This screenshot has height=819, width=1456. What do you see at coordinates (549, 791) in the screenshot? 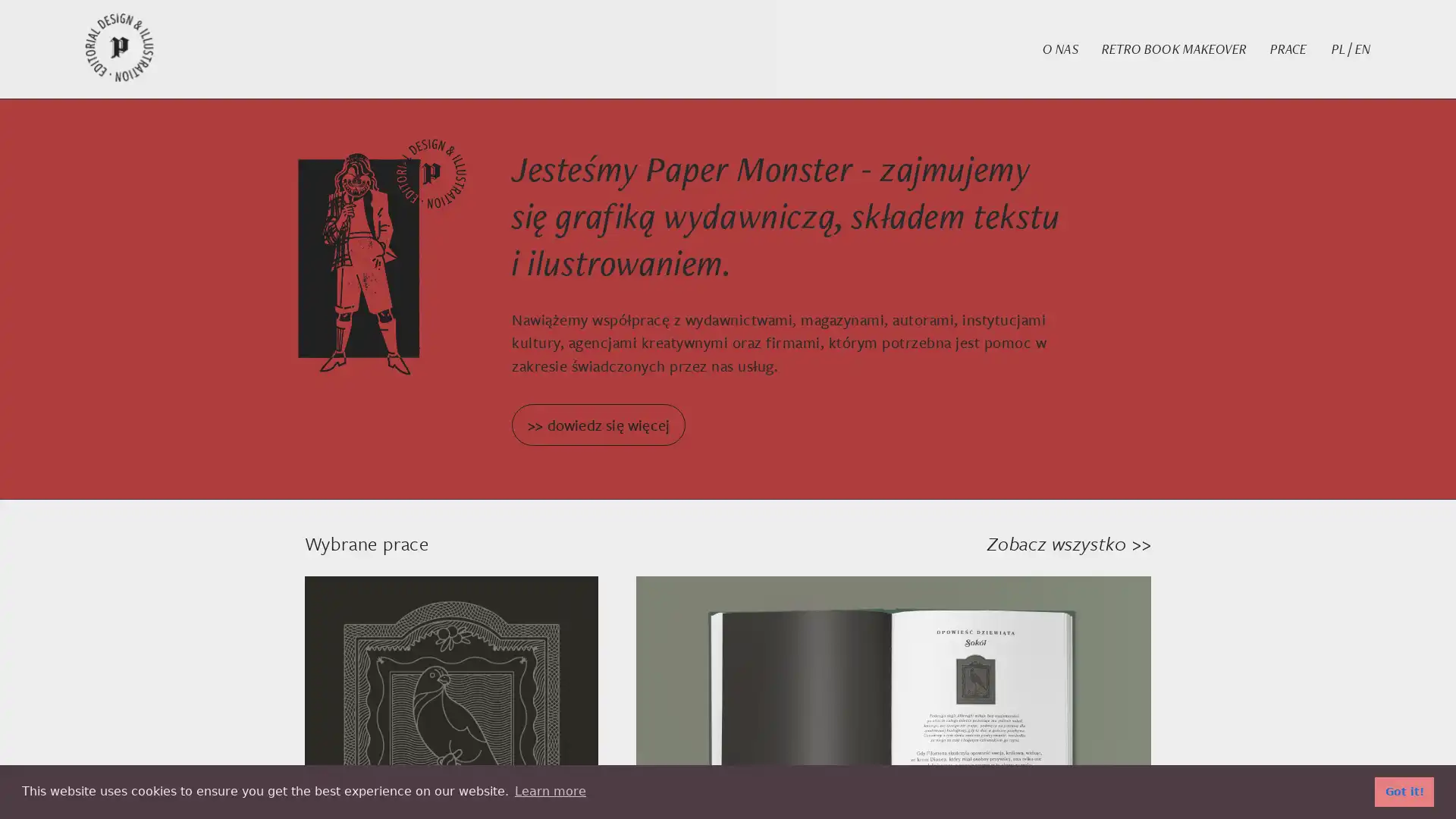
I see `learn more about cookies` at bounding box center [549, 791].